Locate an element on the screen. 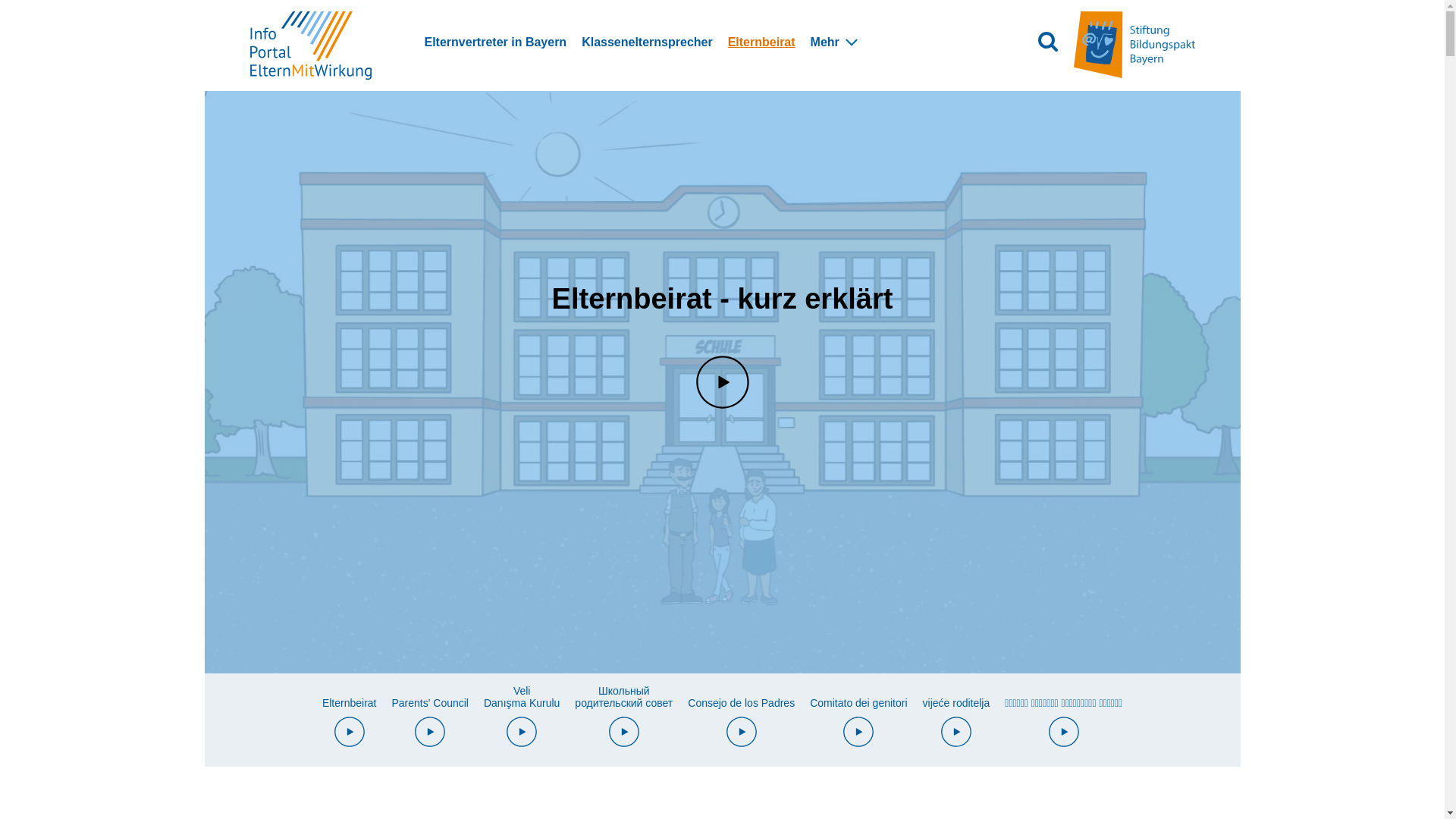 This screenshot has height=819, width=1456. 'Mehr' is located at coordinates (824, 42).